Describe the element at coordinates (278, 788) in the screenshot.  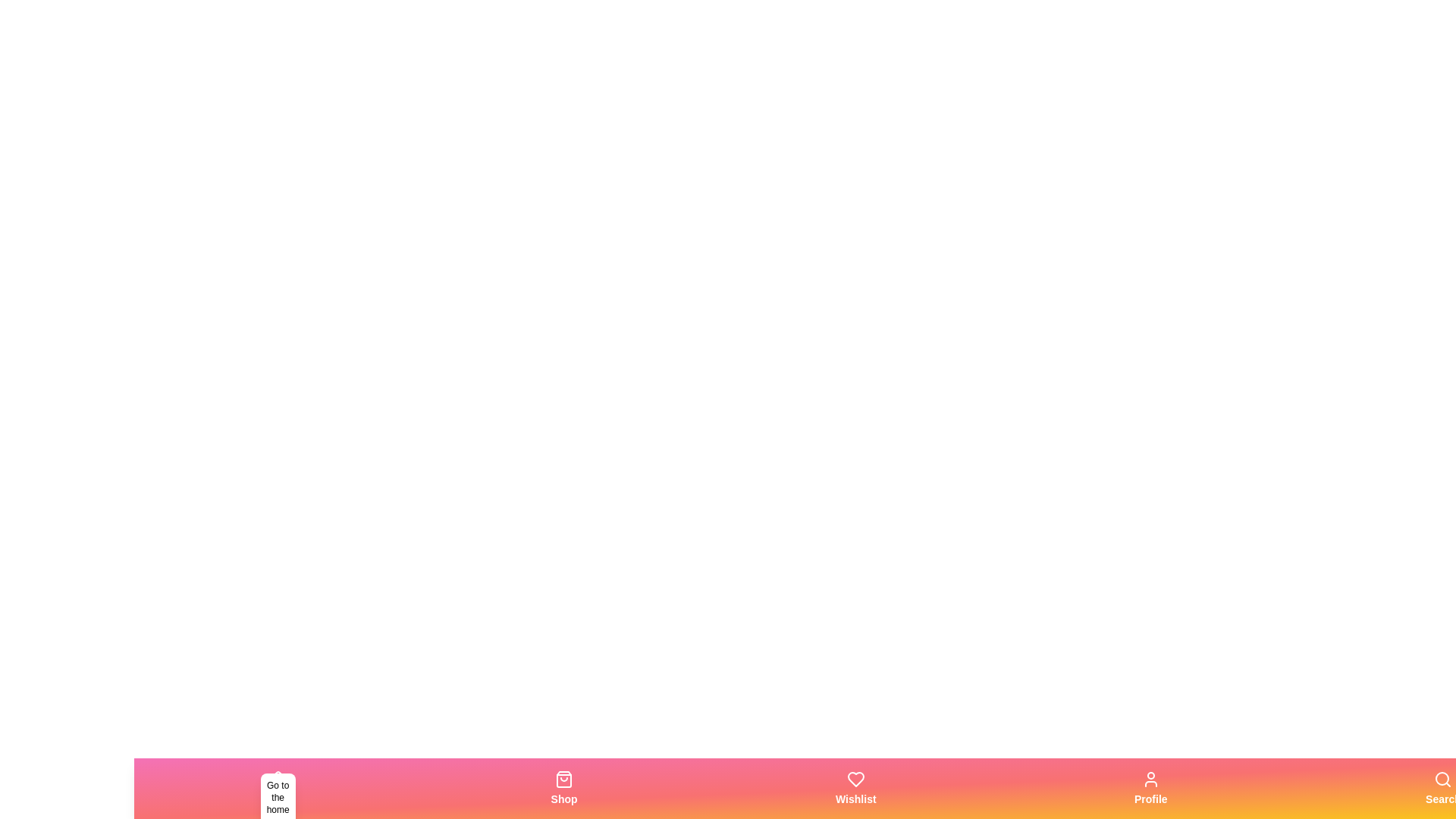
I see `the Home tab to view its hint` at that location.